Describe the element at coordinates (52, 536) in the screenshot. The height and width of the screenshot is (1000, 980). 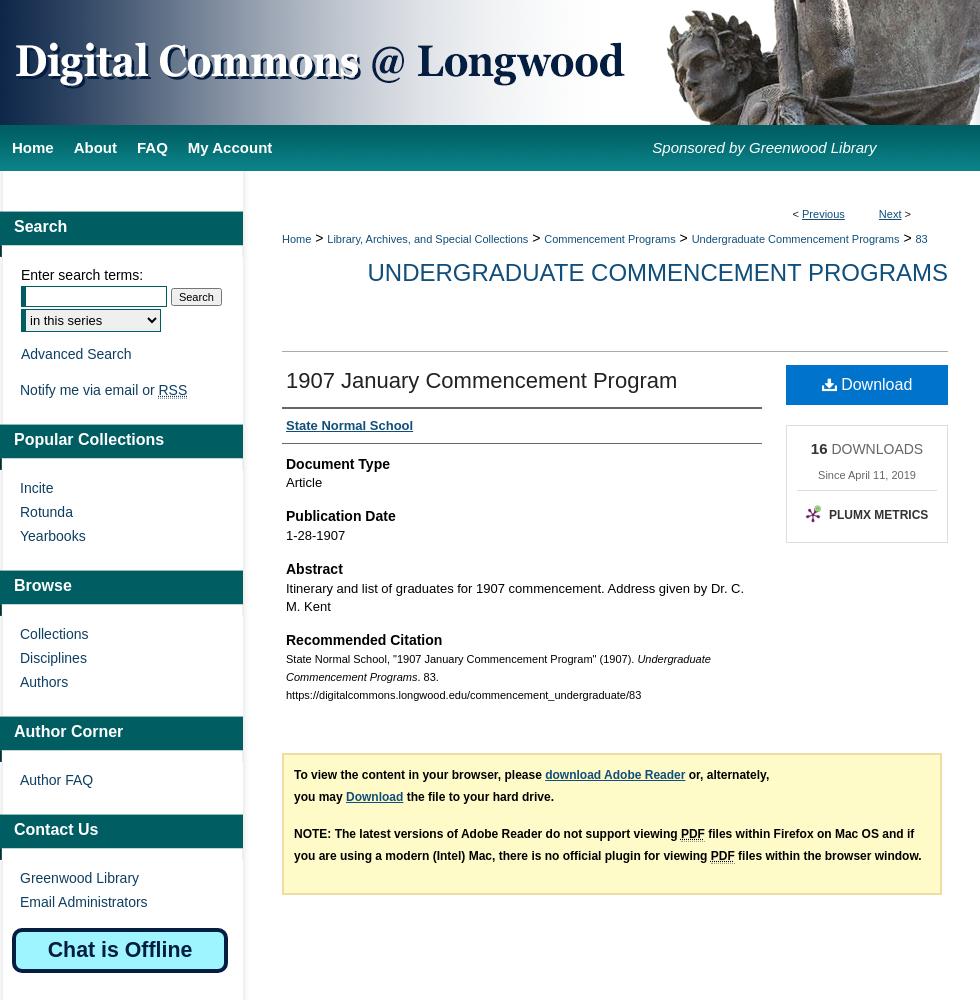
I see `'Yearbooks'` at that location.